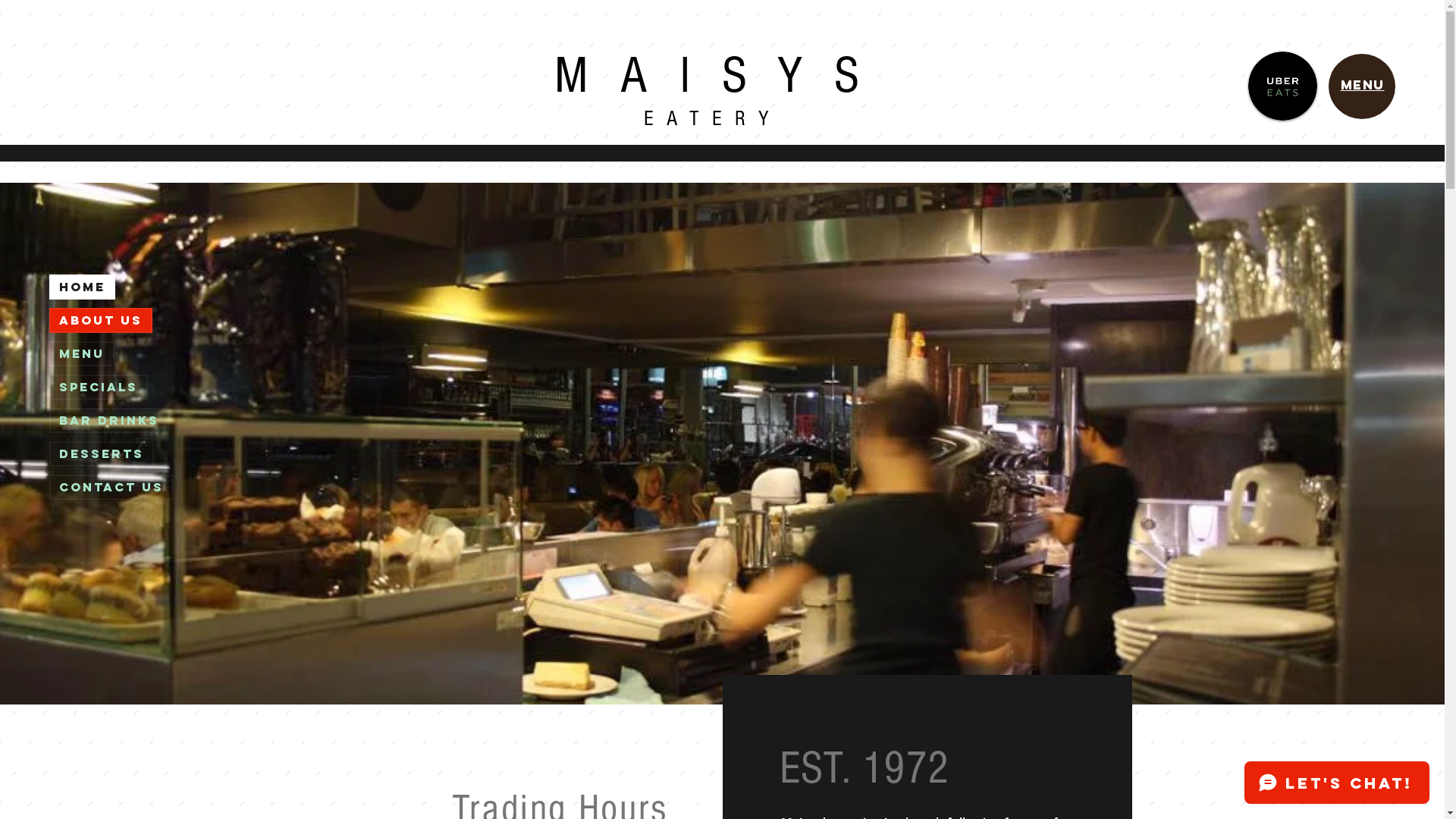 The height and width of the screenshot is (819, 1456). I want to click on 'Contact Us', so click(111, 487).